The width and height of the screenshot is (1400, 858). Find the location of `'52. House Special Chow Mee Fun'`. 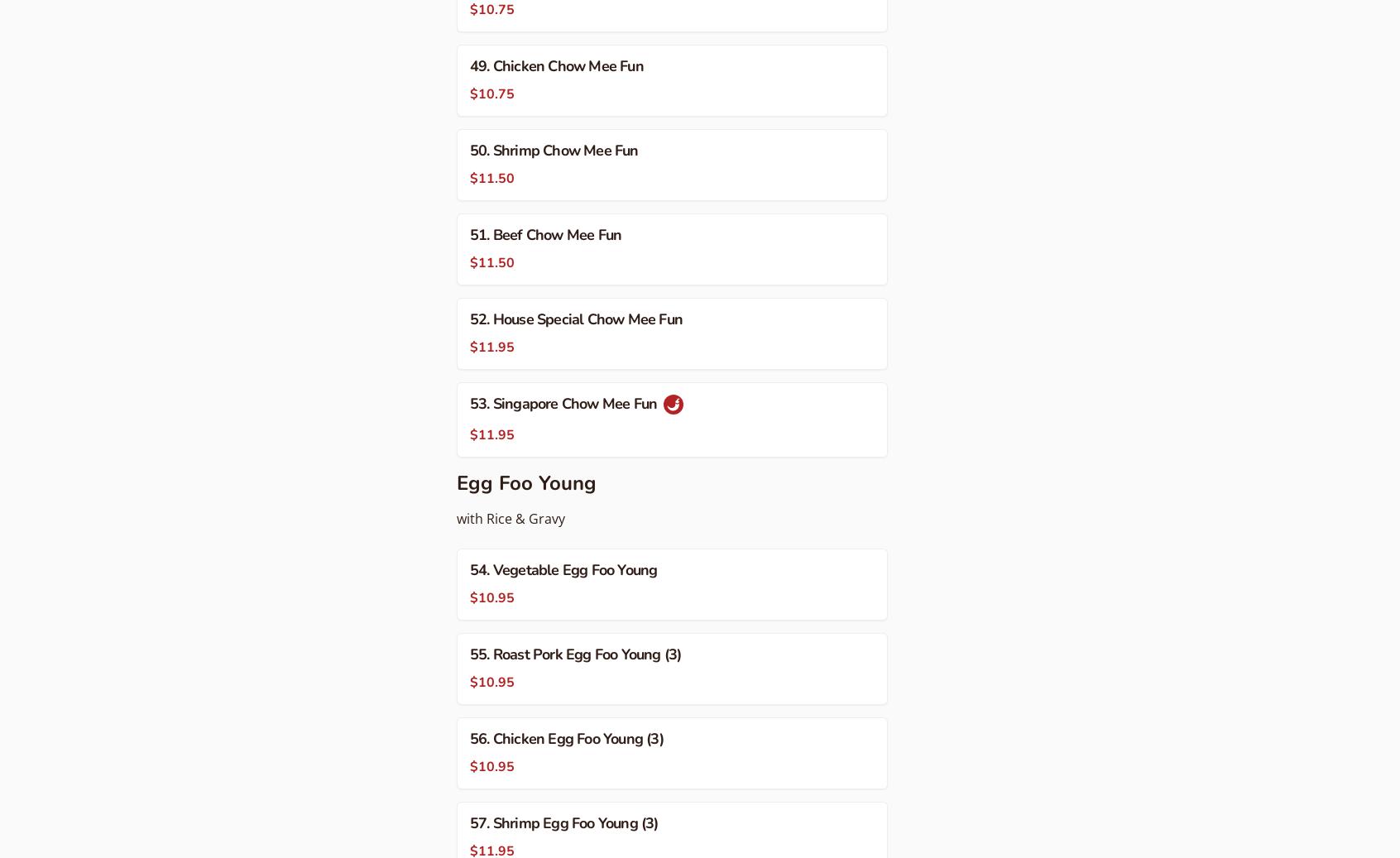

'52. House Special Chow Mee Fun' is located at coordinates (576, 318).